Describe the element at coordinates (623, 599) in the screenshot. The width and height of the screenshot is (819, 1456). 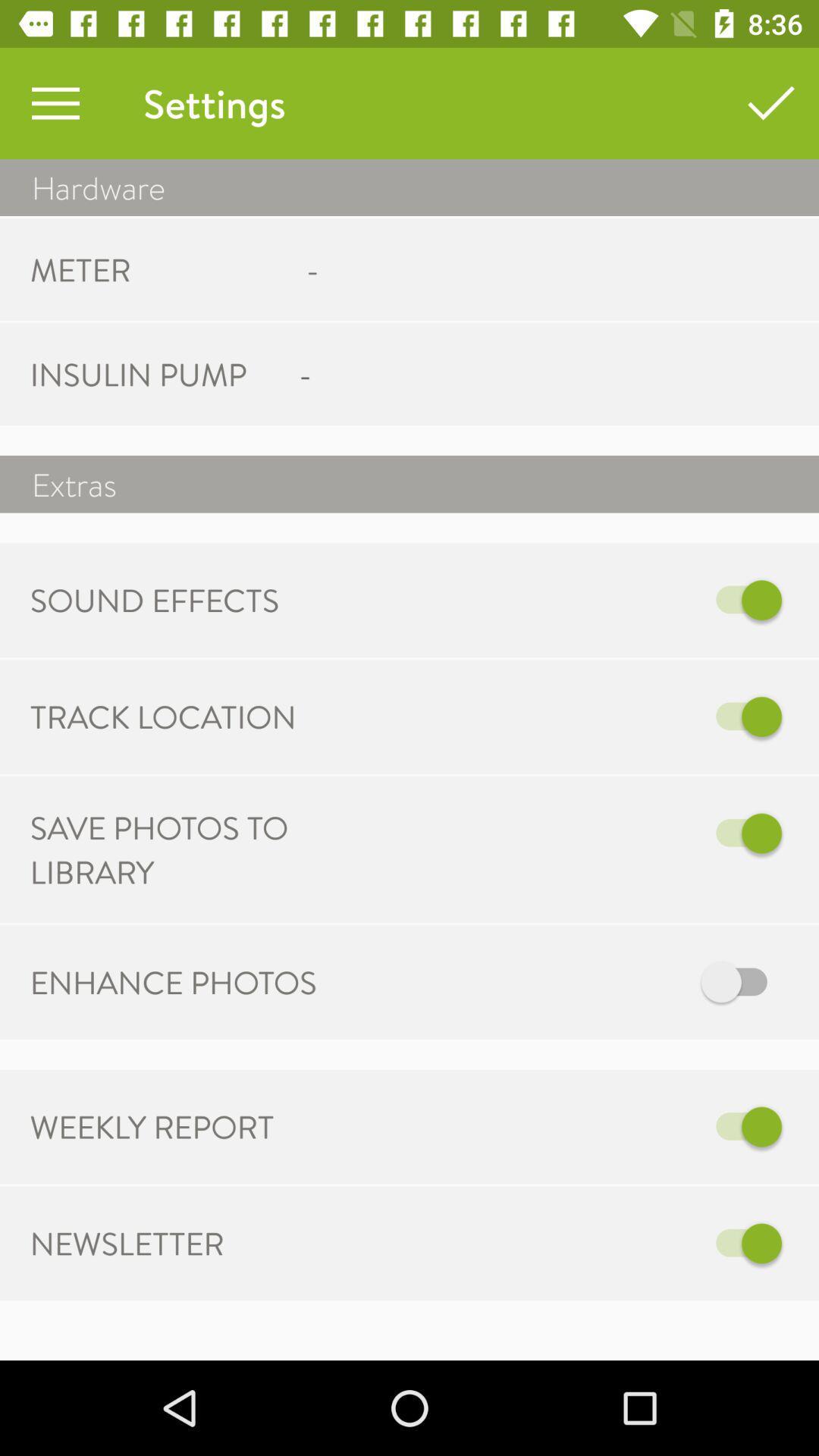
I see `icon to the right of sound effects icon` at that location.